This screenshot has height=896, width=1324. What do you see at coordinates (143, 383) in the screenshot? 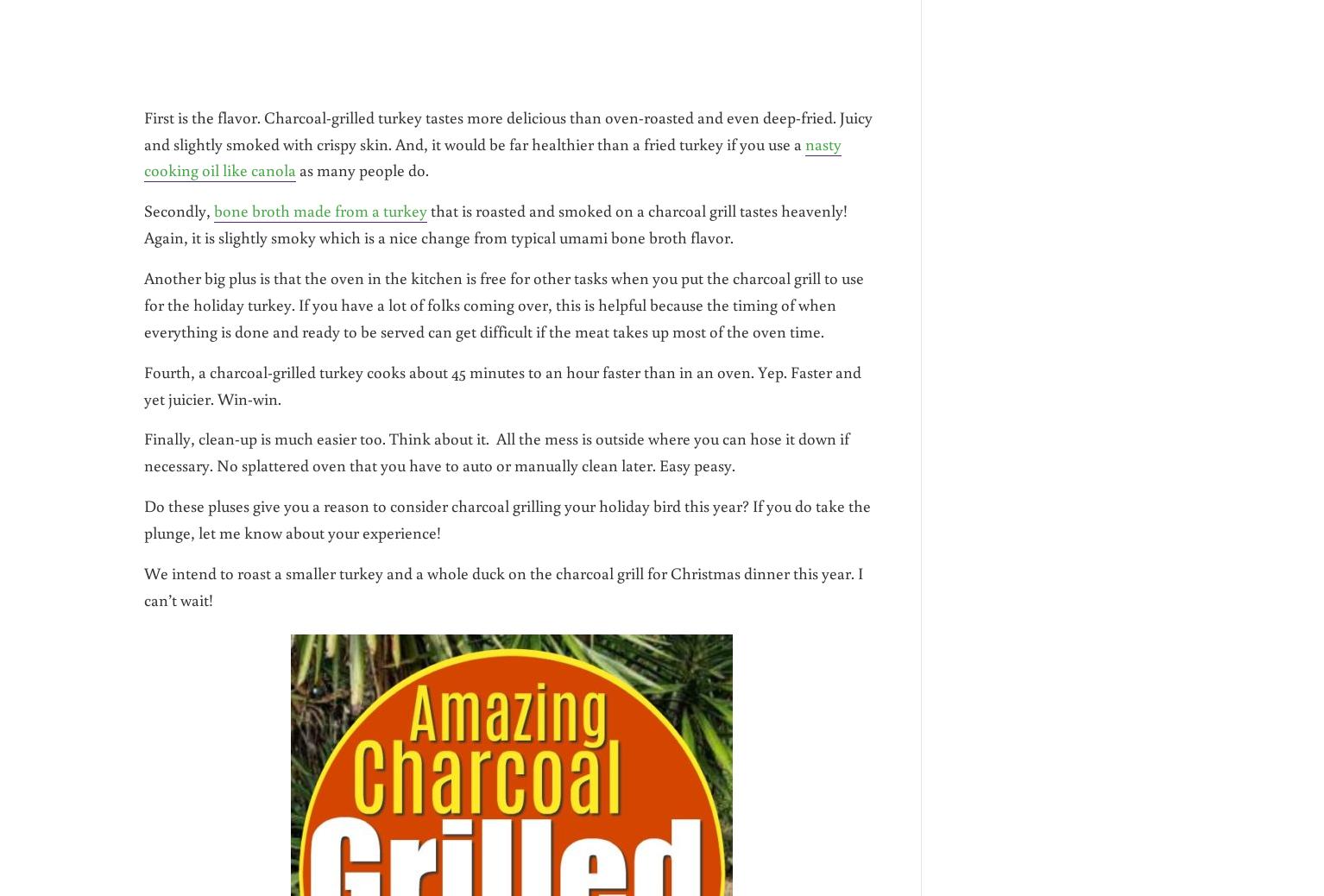
I see `'Fourth, a charcoal-grilled turkey cooks about 45 minutes to an hour faster than in an oven. Yep. Faster and yet juicier. Win-win.'` at bounding box center [143, 383].